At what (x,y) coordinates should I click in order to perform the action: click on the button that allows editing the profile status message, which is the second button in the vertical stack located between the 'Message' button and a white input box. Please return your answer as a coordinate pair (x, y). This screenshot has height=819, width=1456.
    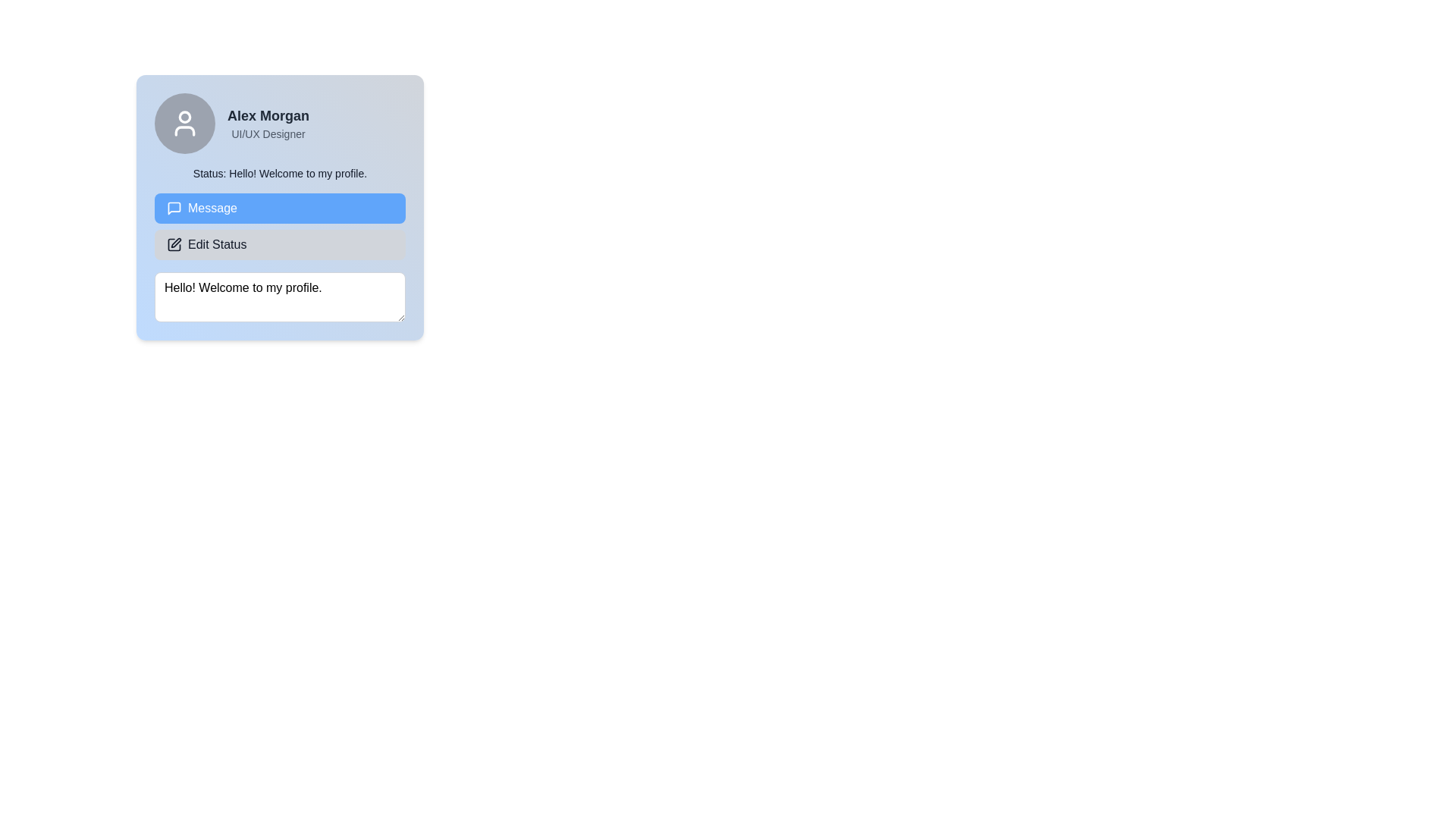
    Looking at the image, I should click on (280, 244).